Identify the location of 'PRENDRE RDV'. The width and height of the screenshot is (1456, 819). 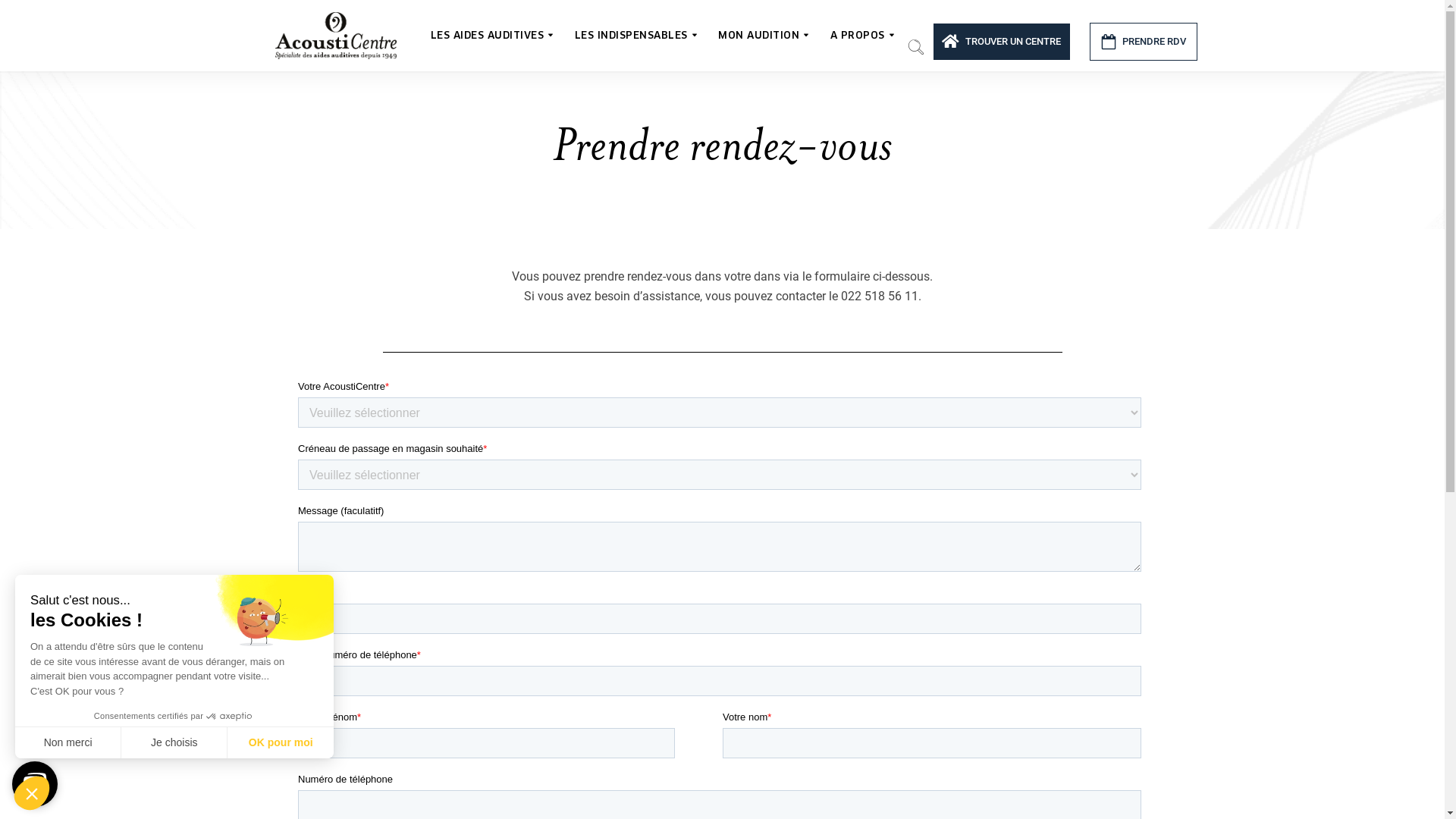
(1143, 40).